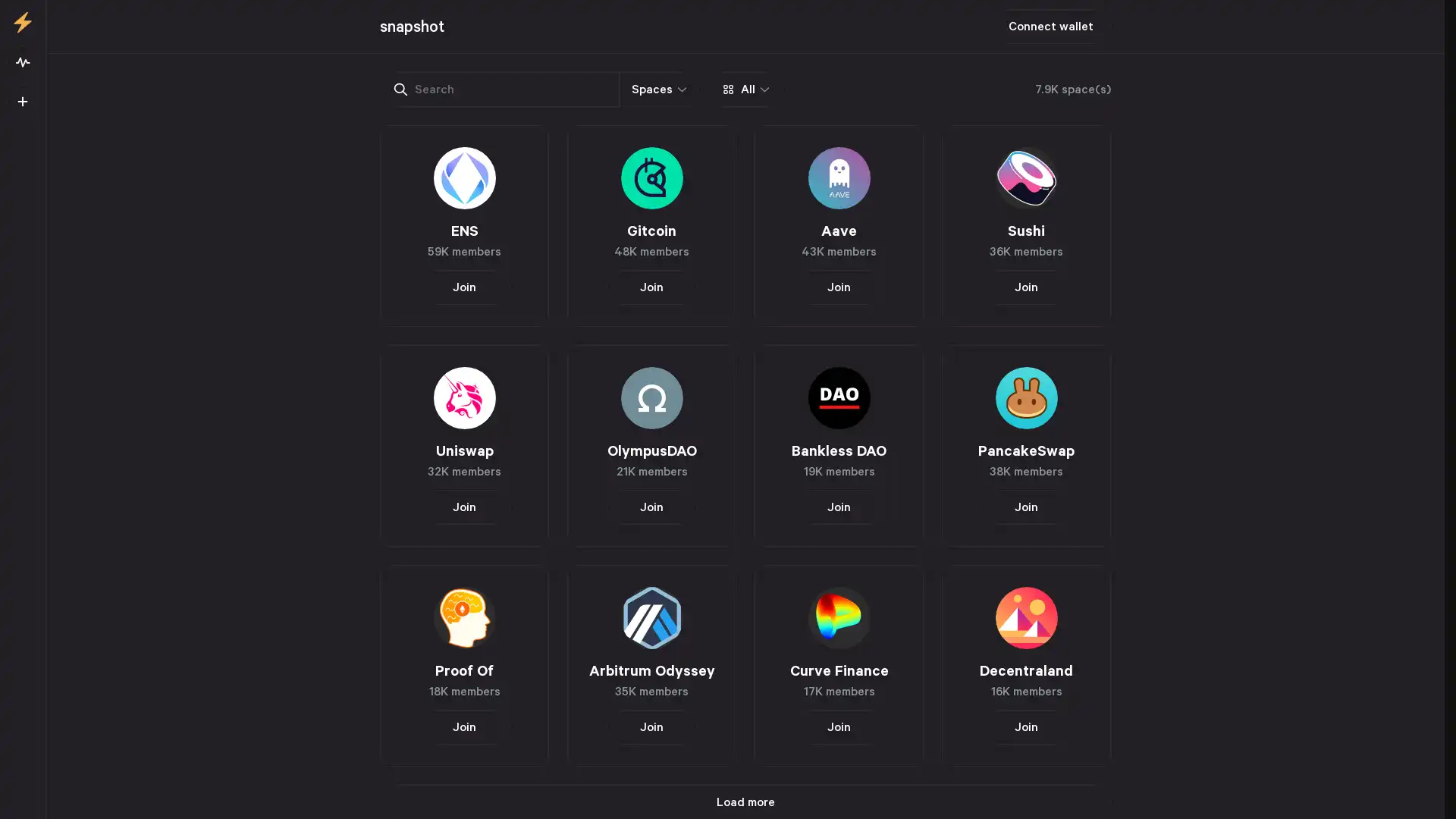 The image size is (1456, 819). I want to click on Join, so click(837, 507).